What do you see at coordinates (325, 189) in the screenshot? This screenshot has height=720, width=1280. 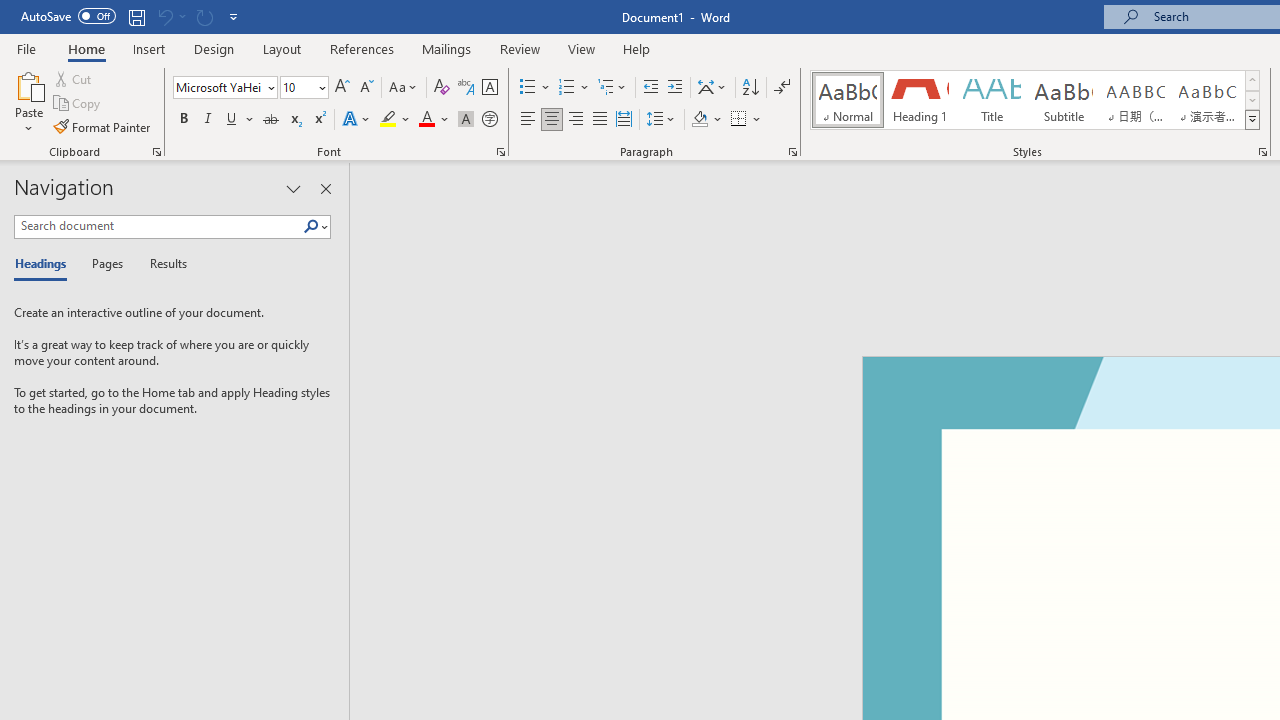 I see `'Close pane'` at bounding box center [325, 189].